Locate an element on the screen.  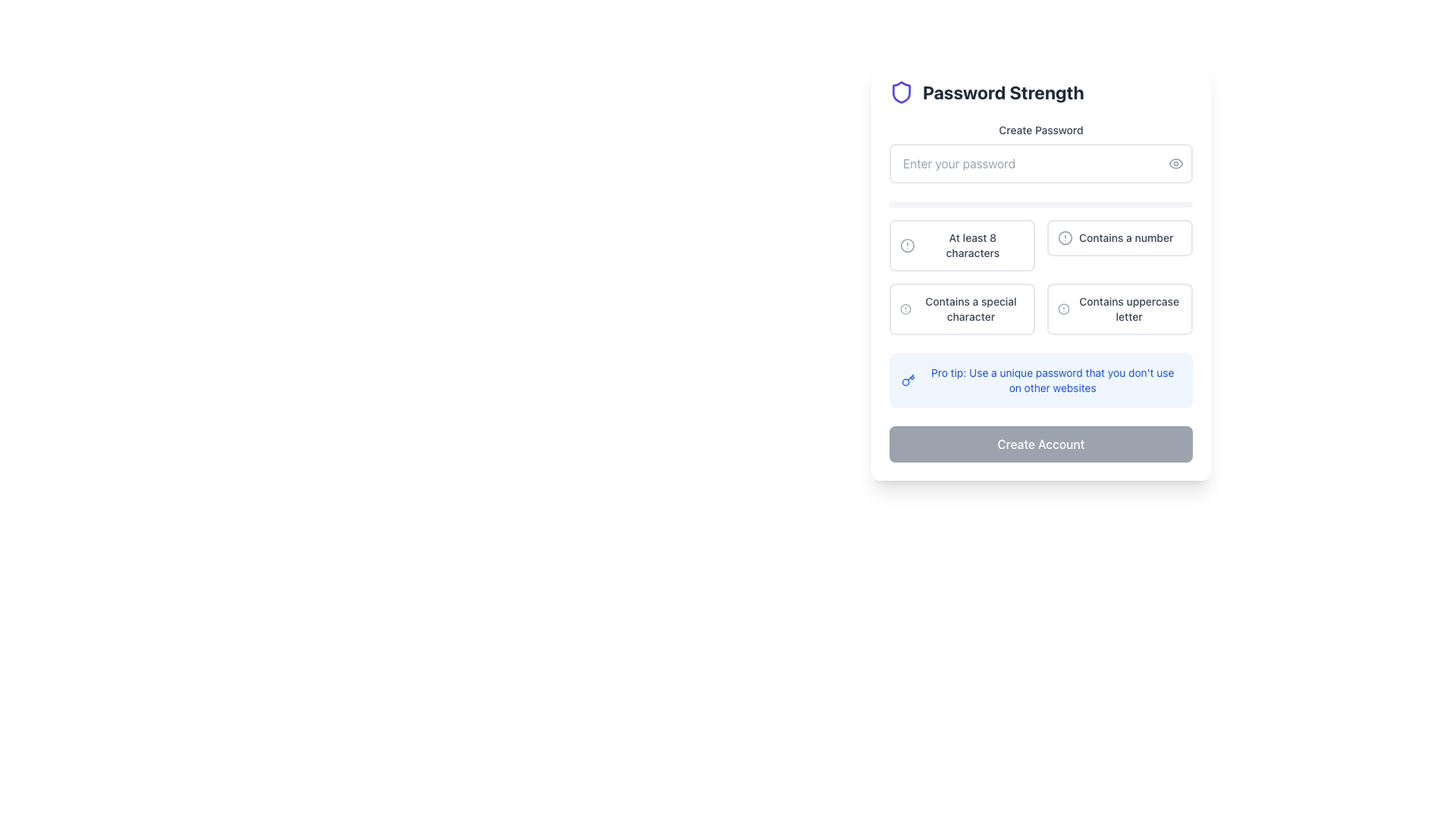
the SVG Circle element that is the background of the 'Contains uppercase letter' icon in the password strength validation section is located at coordinates (1063, 309).